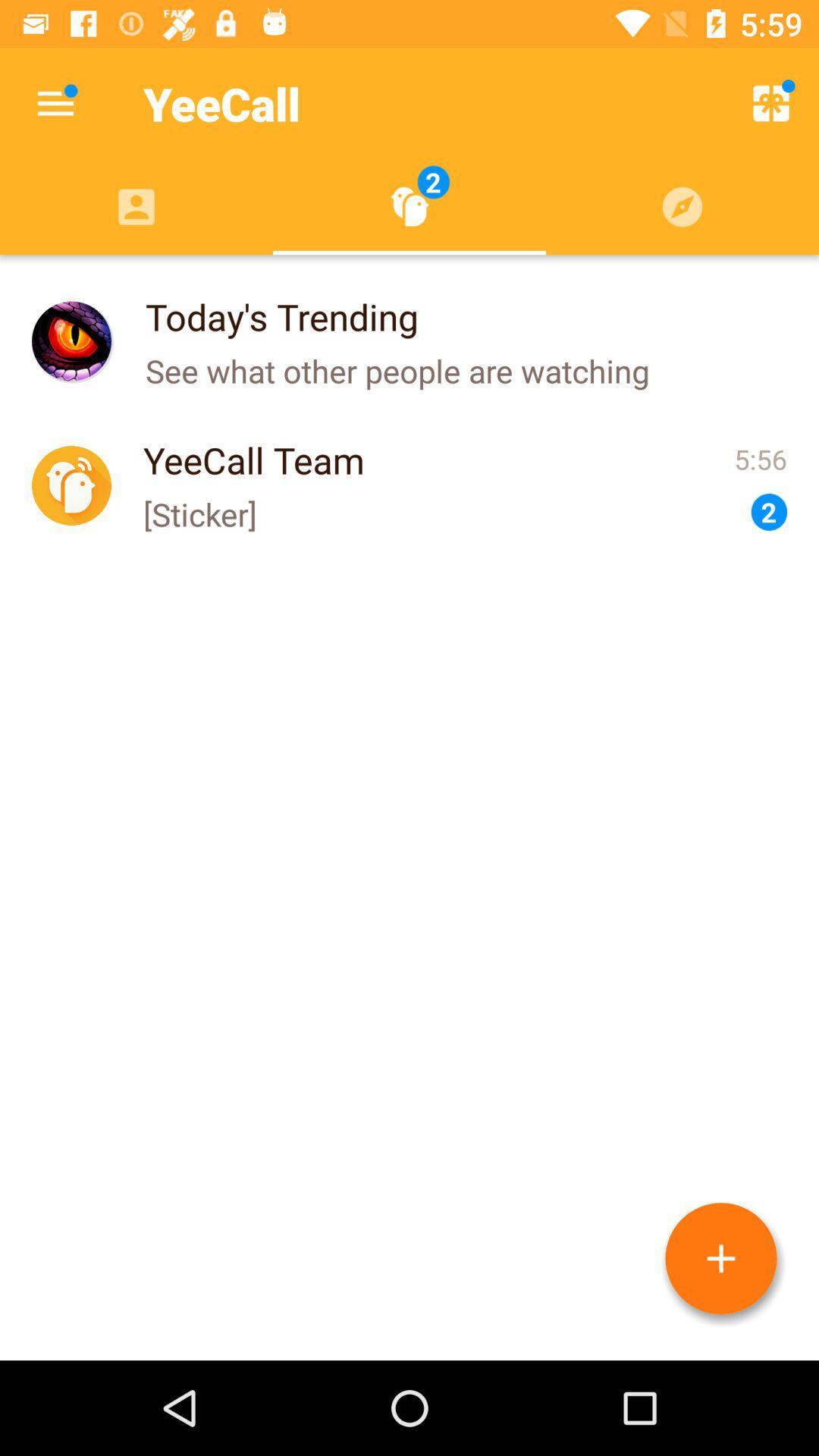  Describe the element at coordinates (720, 1258) in the screenshot. I see `the add icon` at that location.